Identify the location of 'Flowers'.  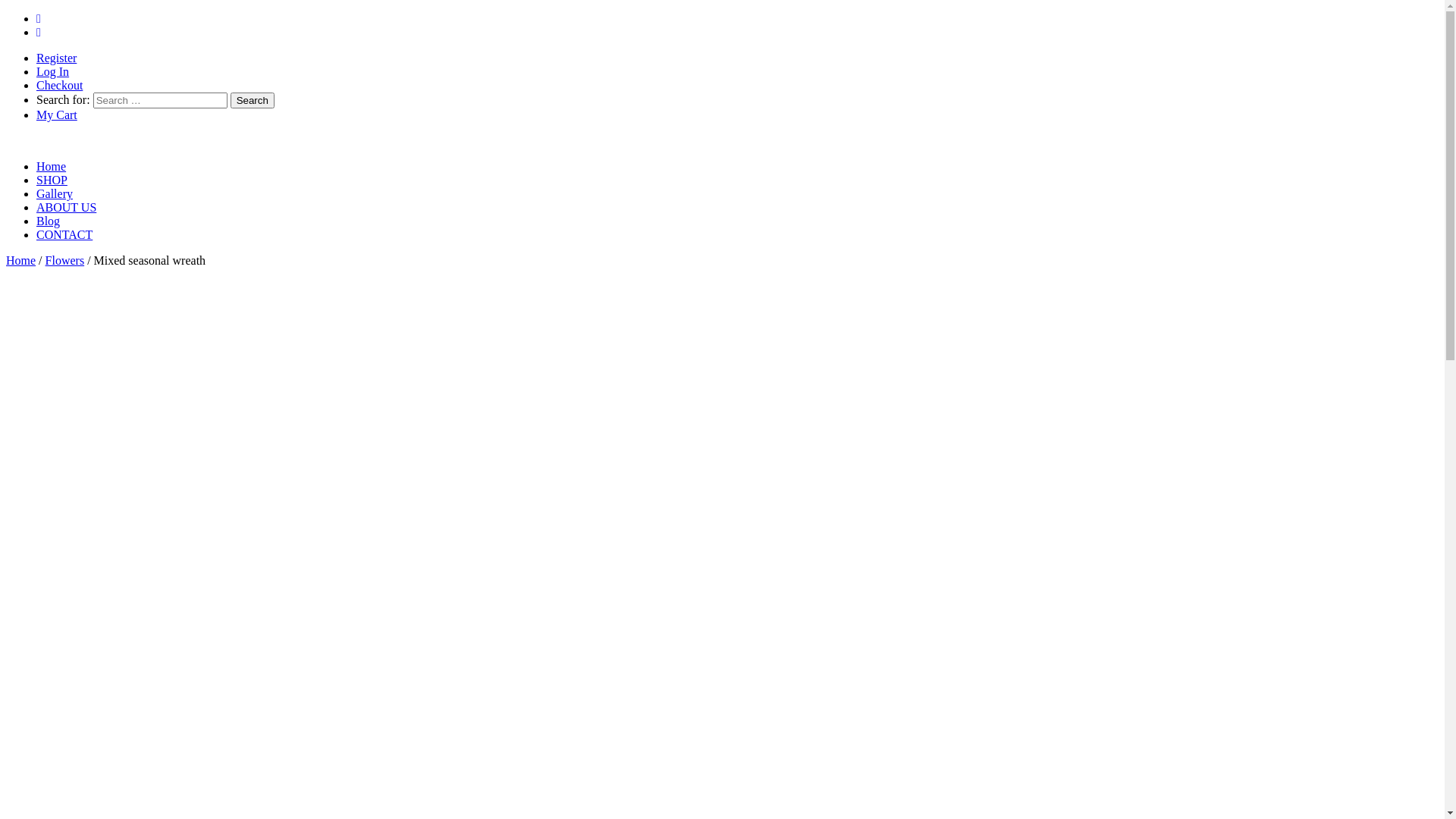
(64, 259).